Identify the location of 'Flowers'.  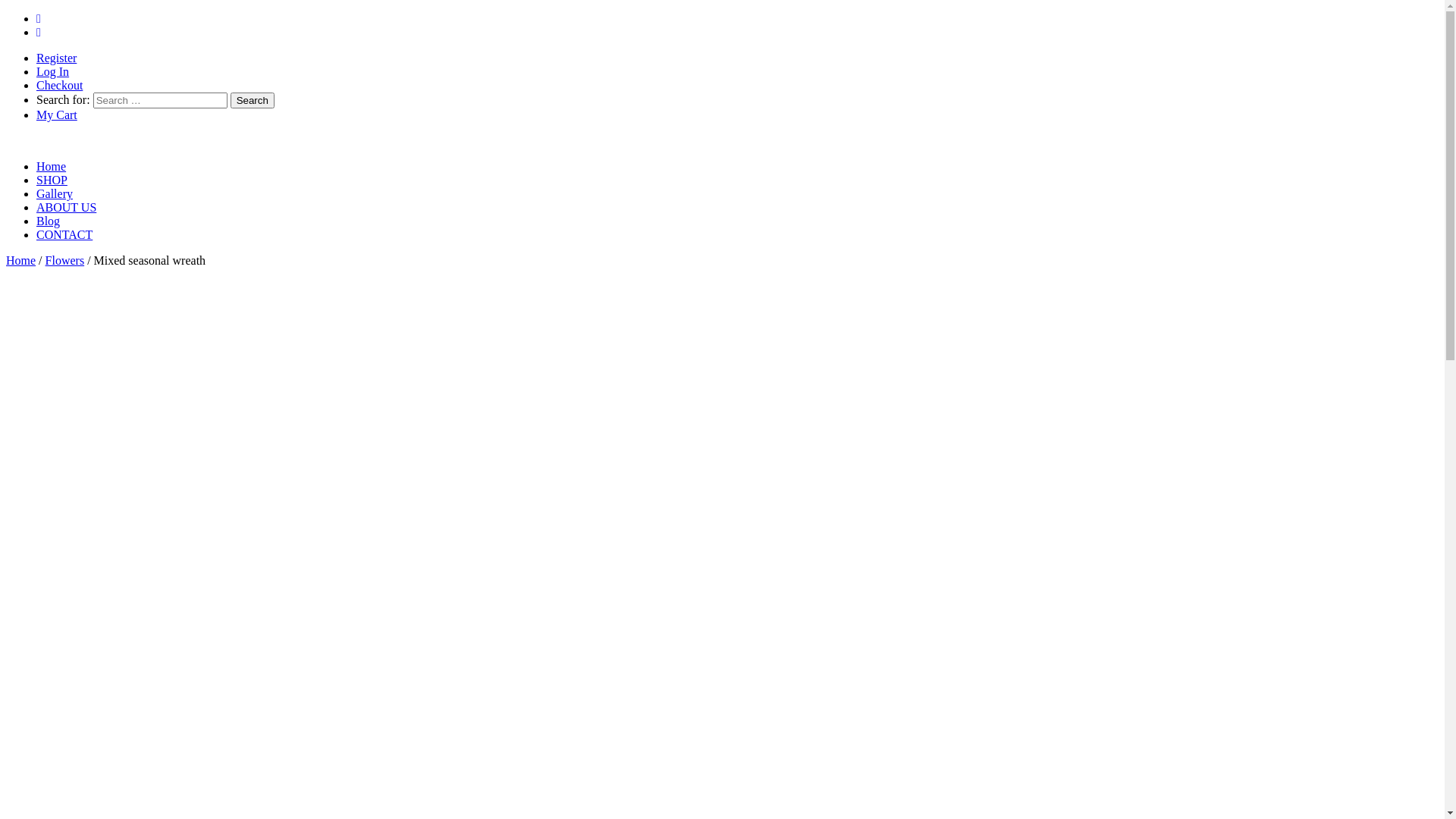
(64, 259).